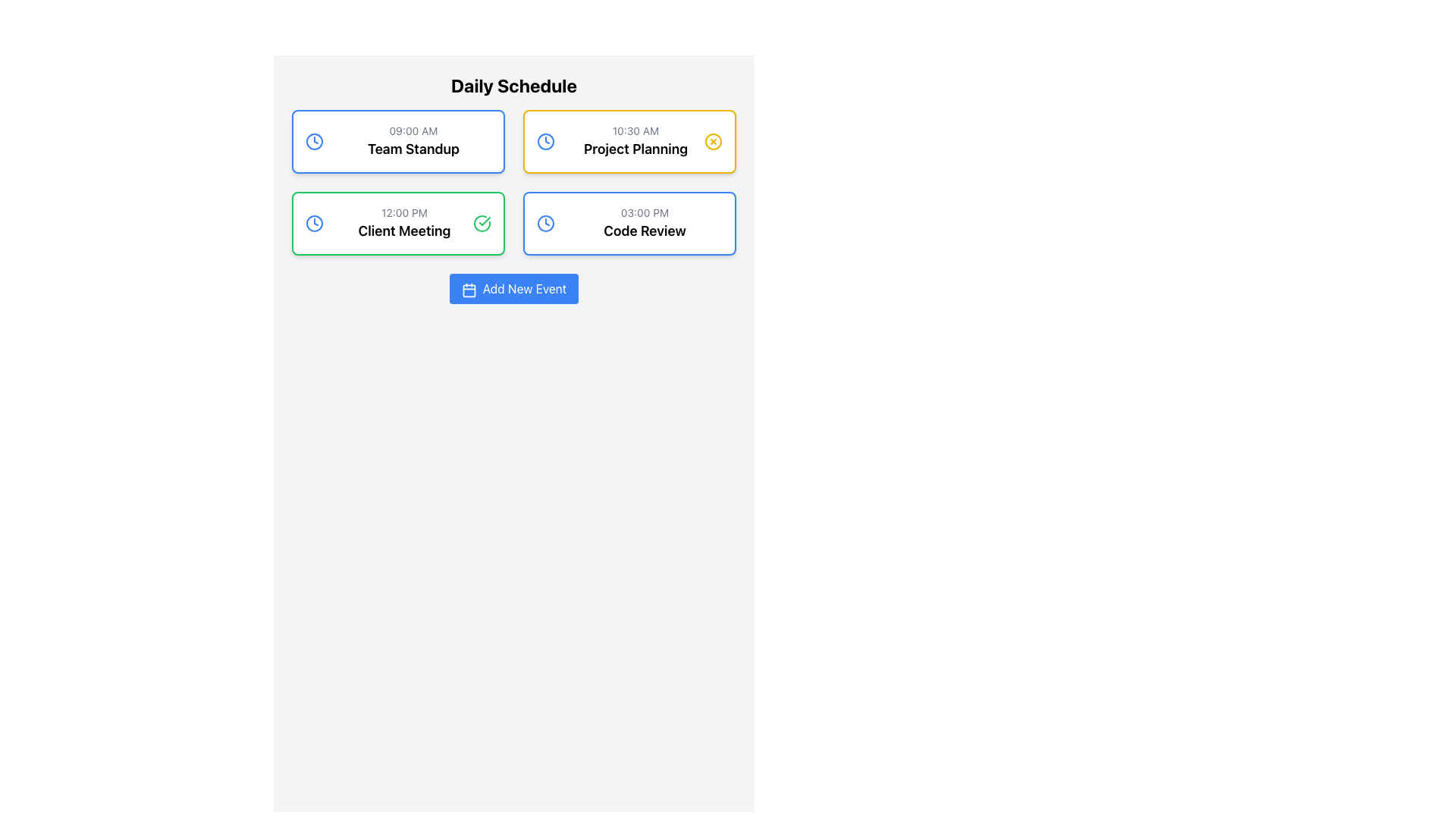 The height and width of the screenshot is (819, 1456). I want to click on the text-based informational content that indicates the time and title of the event 'Project Planning' scheduled at '10:30 AM', located in the second card on the top row of the schedule grid with a yellow border, so click(635, 141).